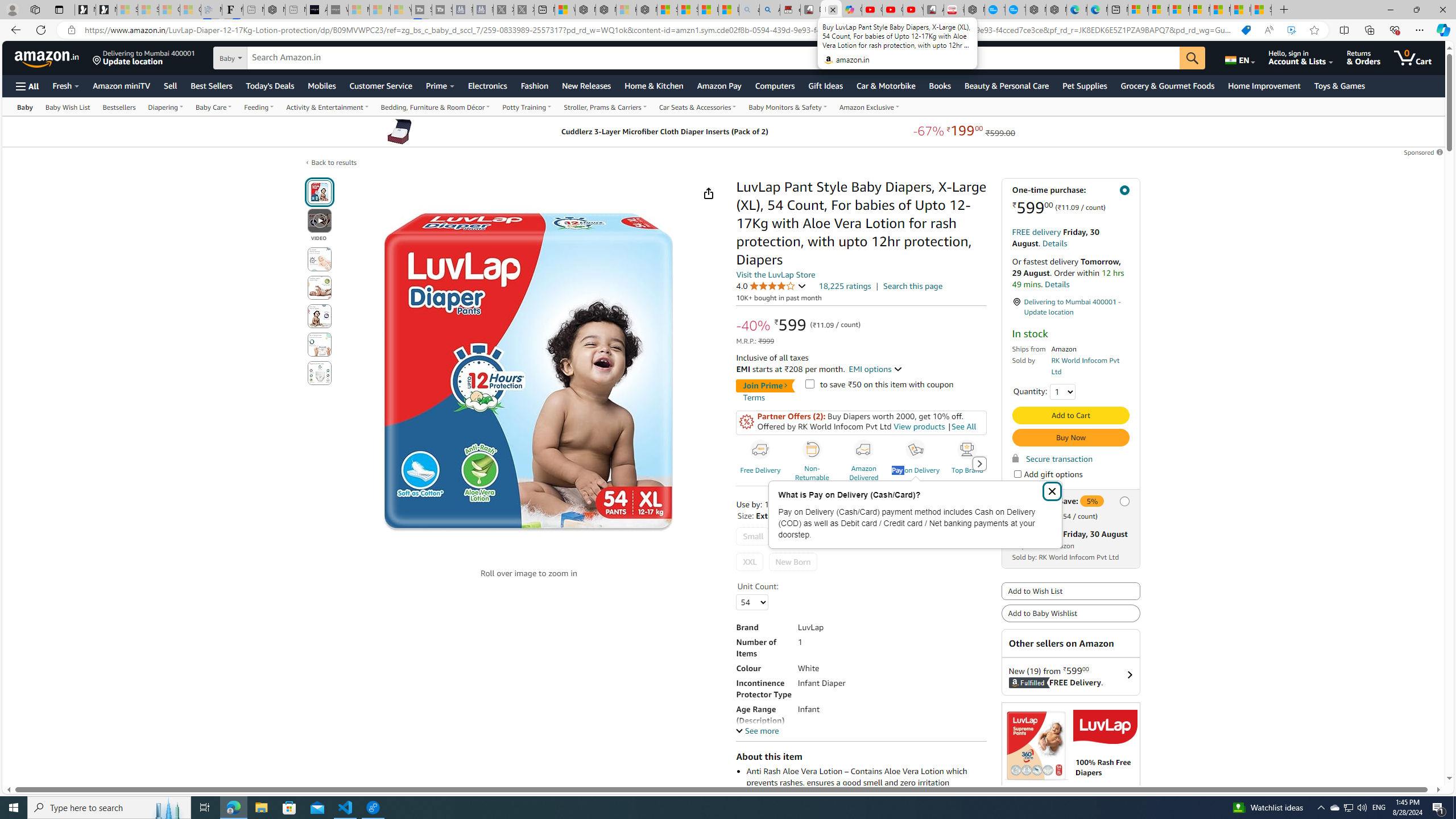  Describe the element at coordinates (913, 9) in the screenshot. I see `'YouTube Kids - An App Created for Kids to Explore Content'` at that location.